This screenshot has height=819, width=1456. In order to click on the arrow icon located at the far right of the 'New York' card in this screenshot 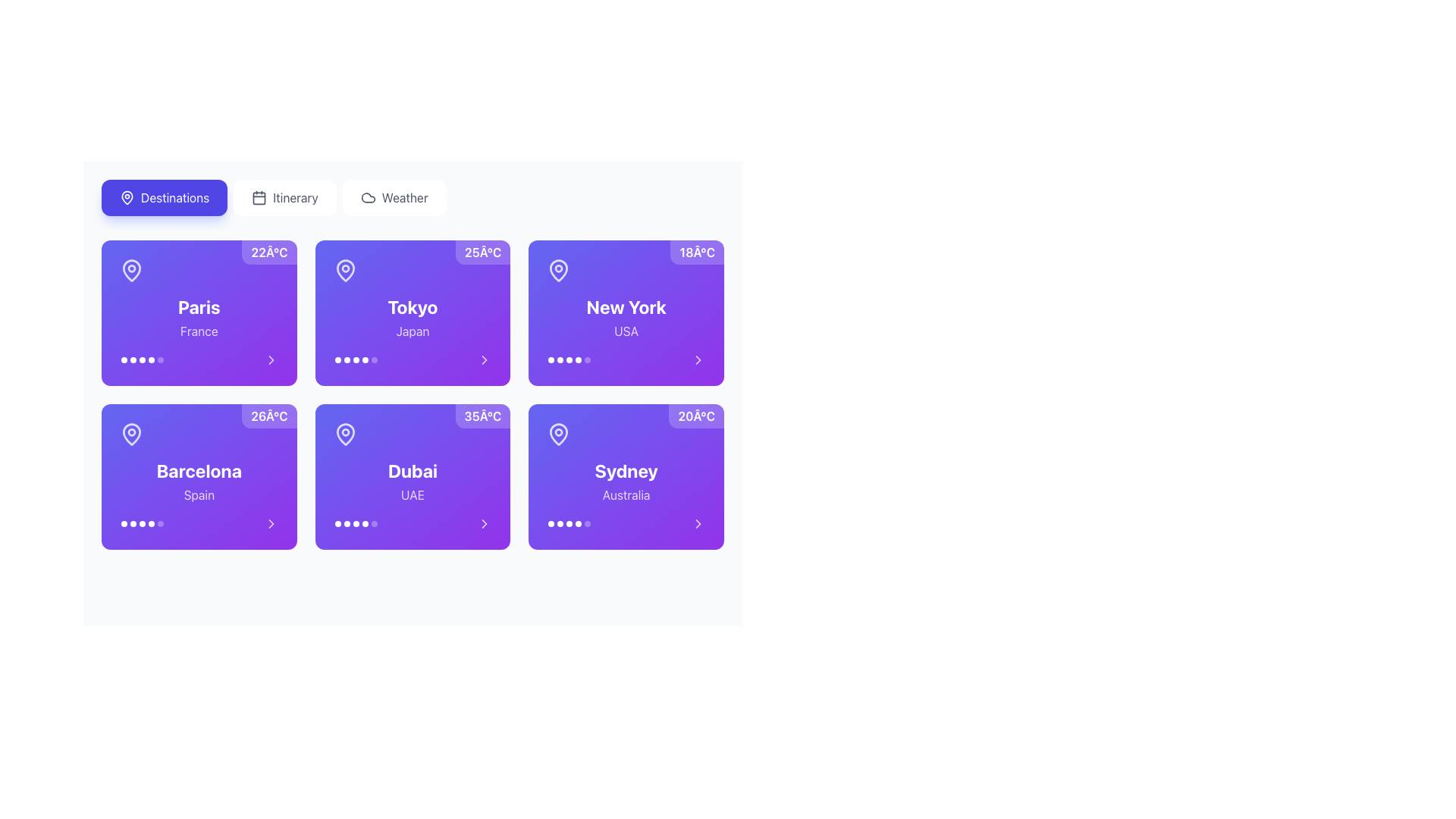, I will do `click(698, 359)`.